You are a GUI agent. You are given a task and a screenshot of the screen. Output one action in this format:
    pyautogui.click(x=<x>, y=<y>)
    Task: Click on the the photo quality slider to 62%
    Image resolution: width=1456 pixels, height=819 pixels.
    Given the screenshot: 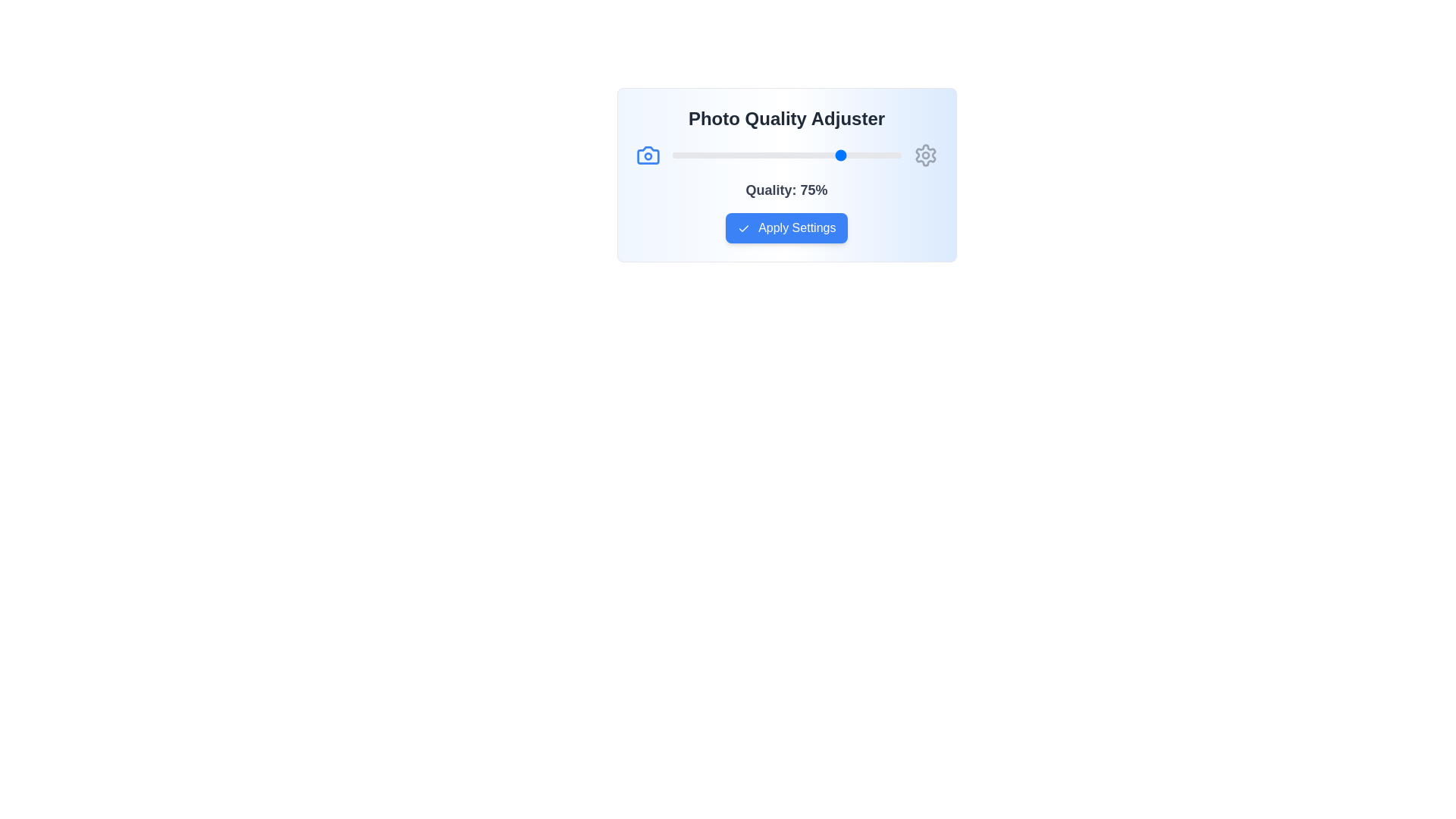 What is the action you would take?
    pyautogui.click(x=813, y=155)
    